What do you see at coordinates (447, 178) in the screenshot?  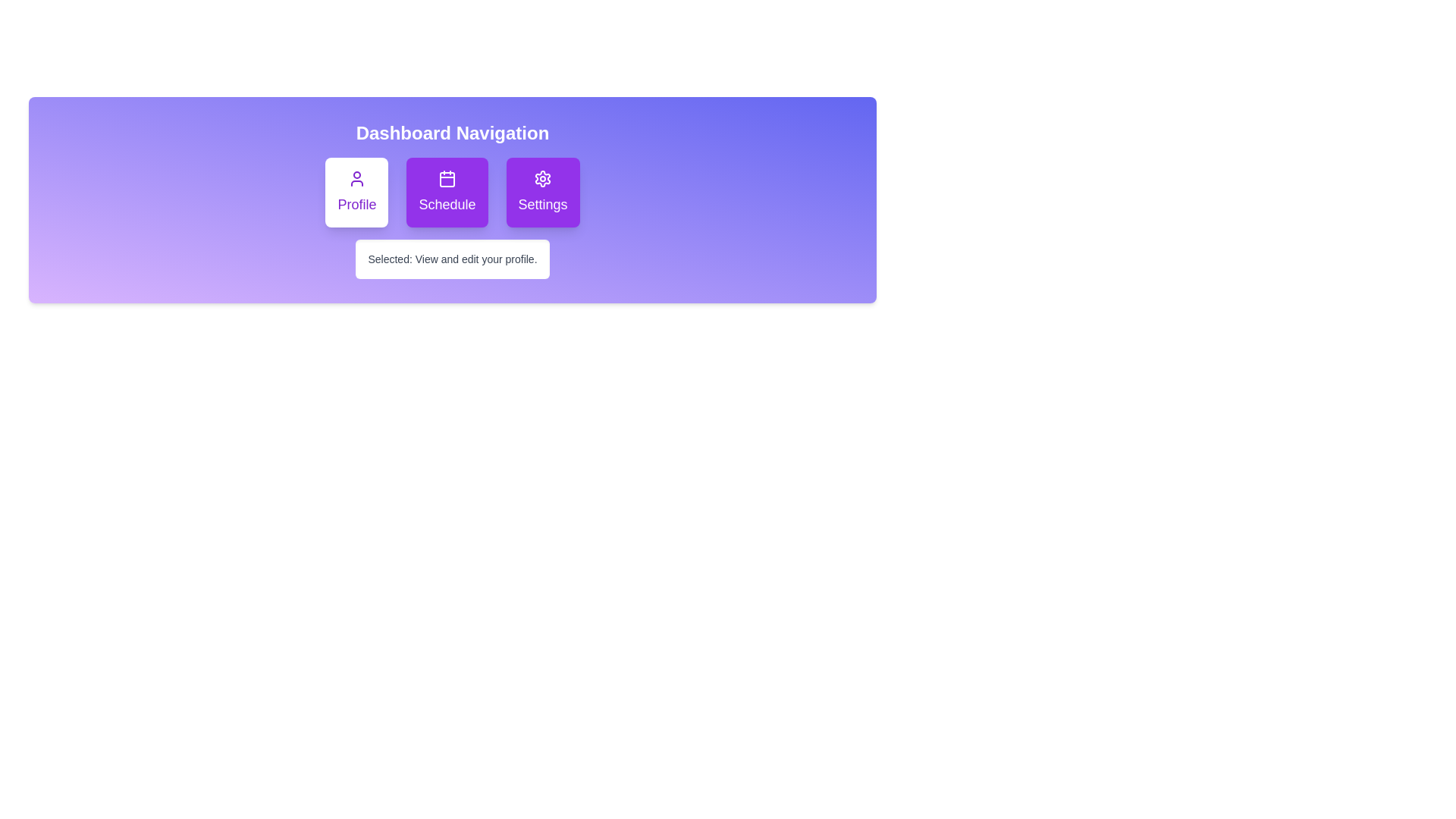 I see `the central square of the purple calendar icon located within the purple 'Schedule' button` at bounding box center [447, 178].